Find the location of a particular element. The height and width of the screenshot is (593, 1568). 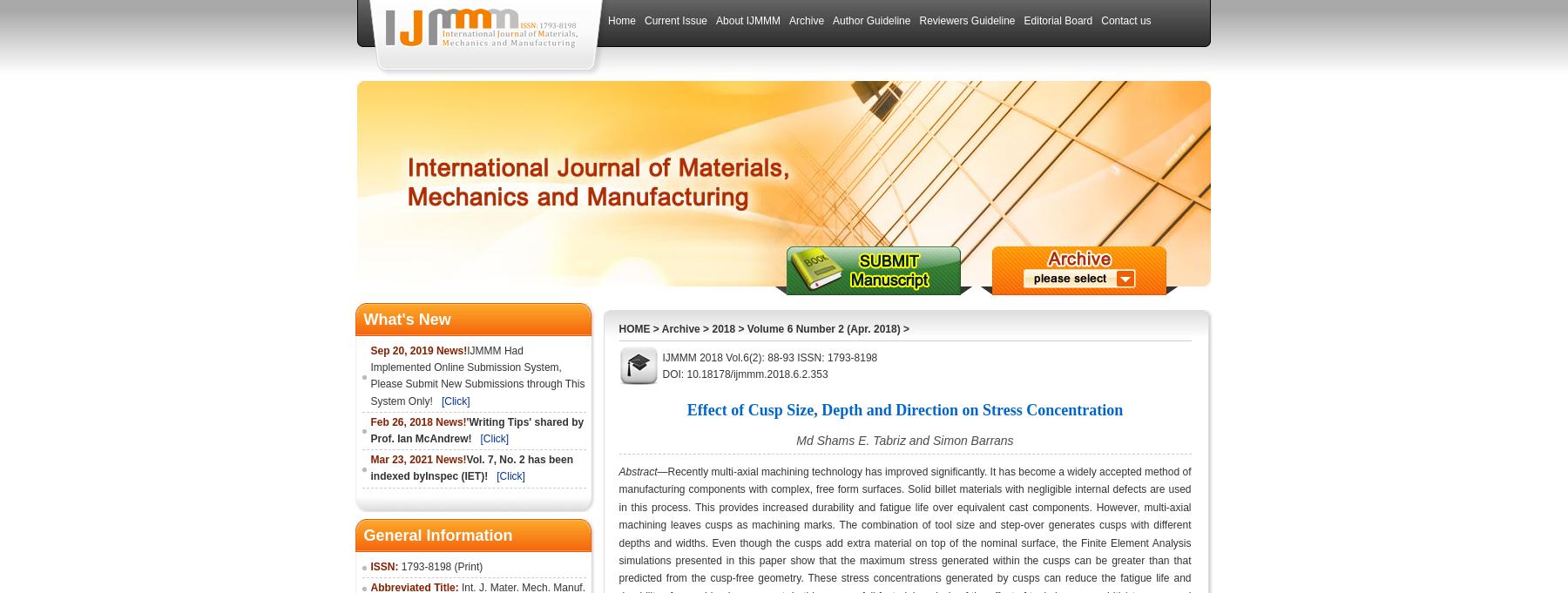

'Md Shams E. Tabriz and Simon Barrans' is located at coordinates (904, 440).